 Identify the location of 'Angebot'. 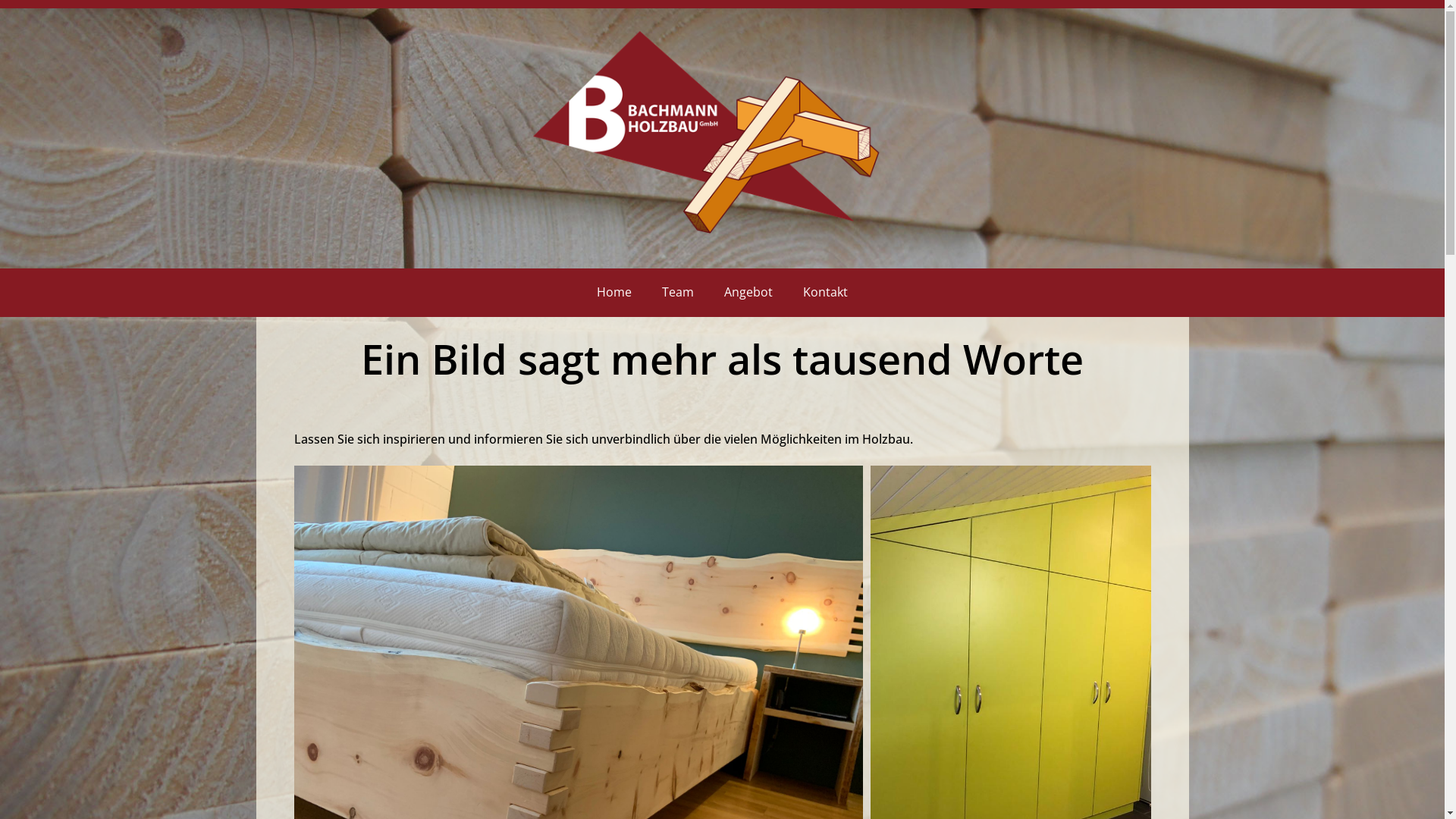
(748, 292).